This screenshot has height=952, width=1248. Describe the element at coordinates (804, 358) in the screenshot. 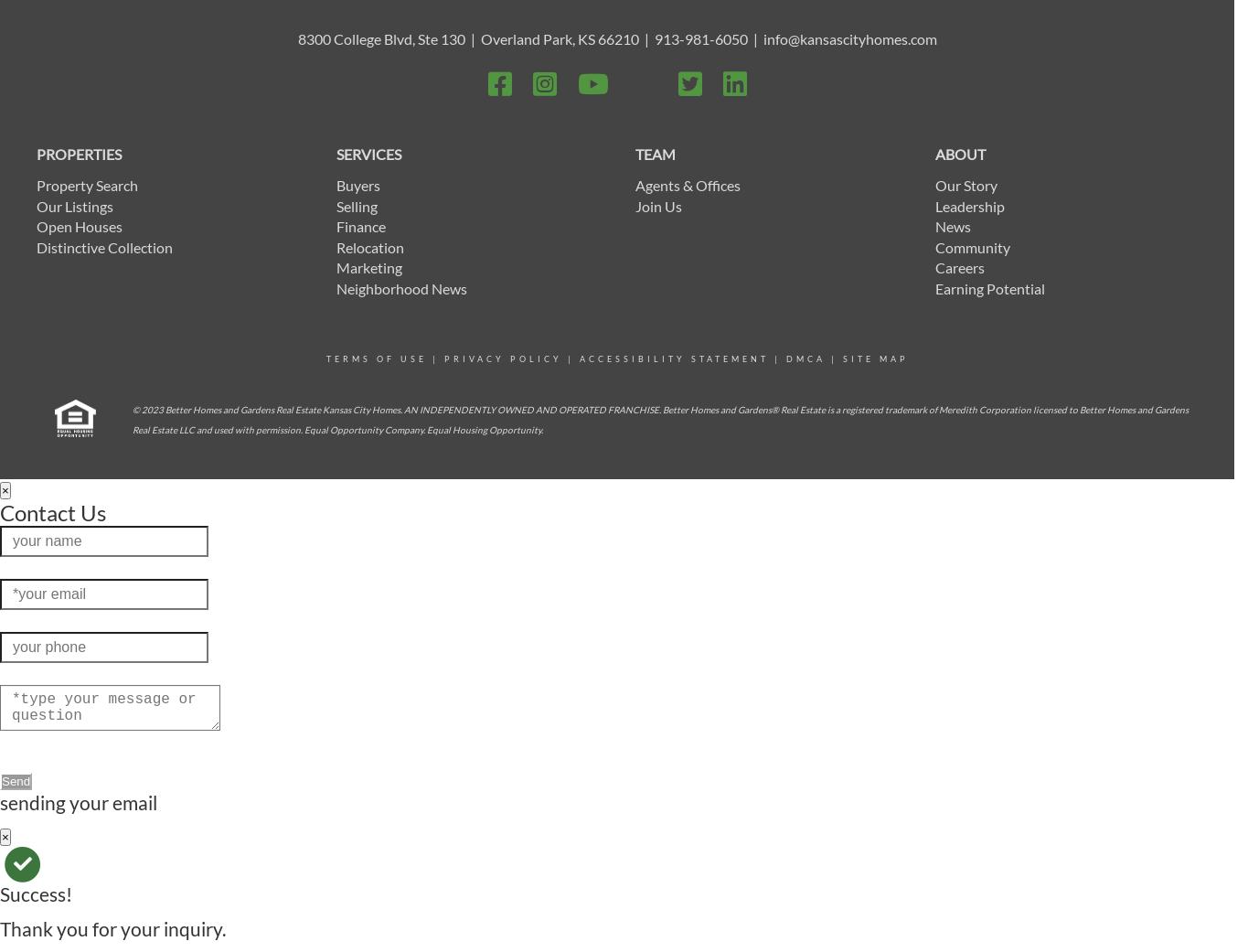

I see `'DMCA'` at that location.